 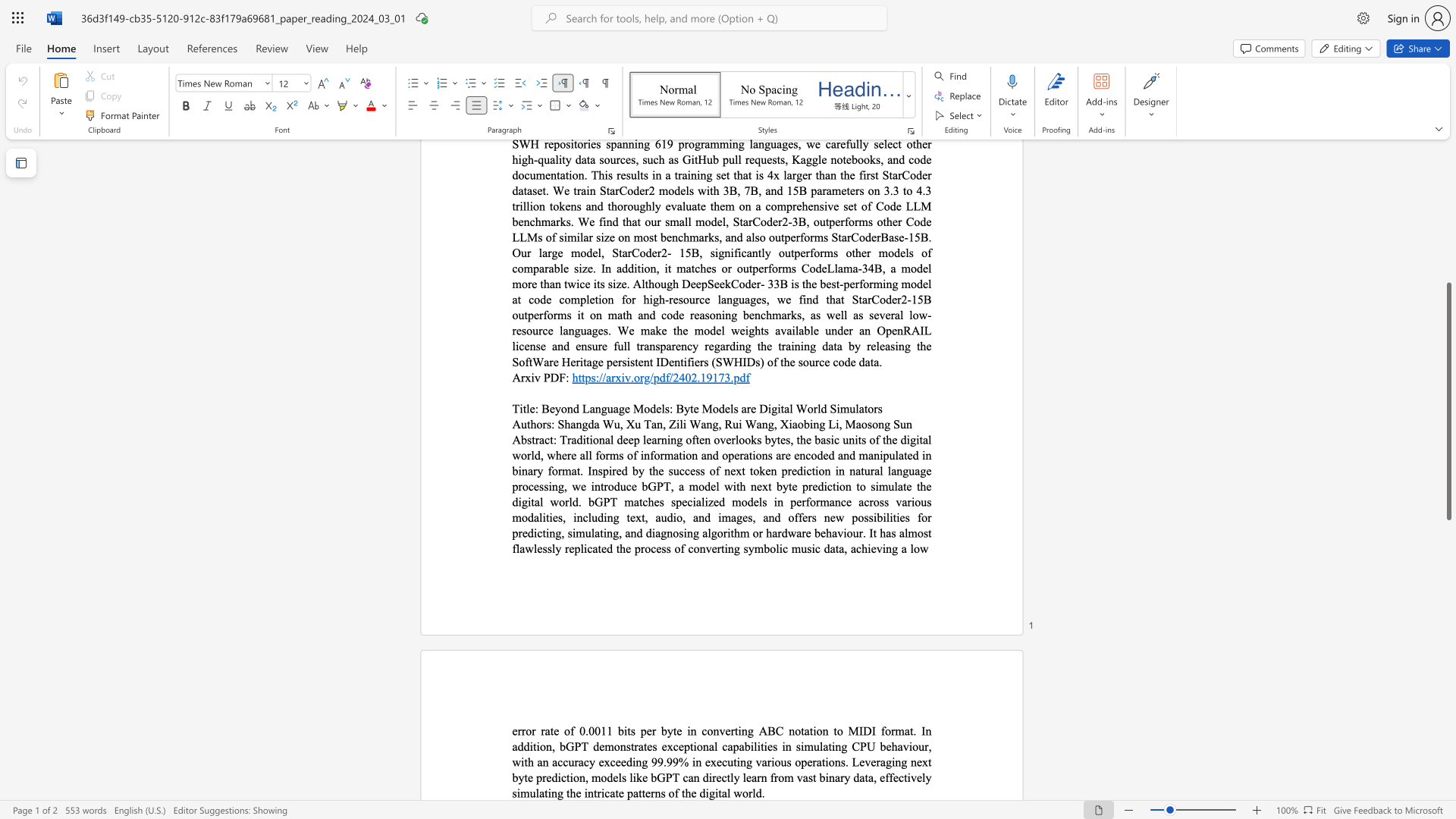 What do you see at coordinates (617, 745) in the screenshot?
I see `the 9th character "o" in the text` at bounding box center [617, 745].